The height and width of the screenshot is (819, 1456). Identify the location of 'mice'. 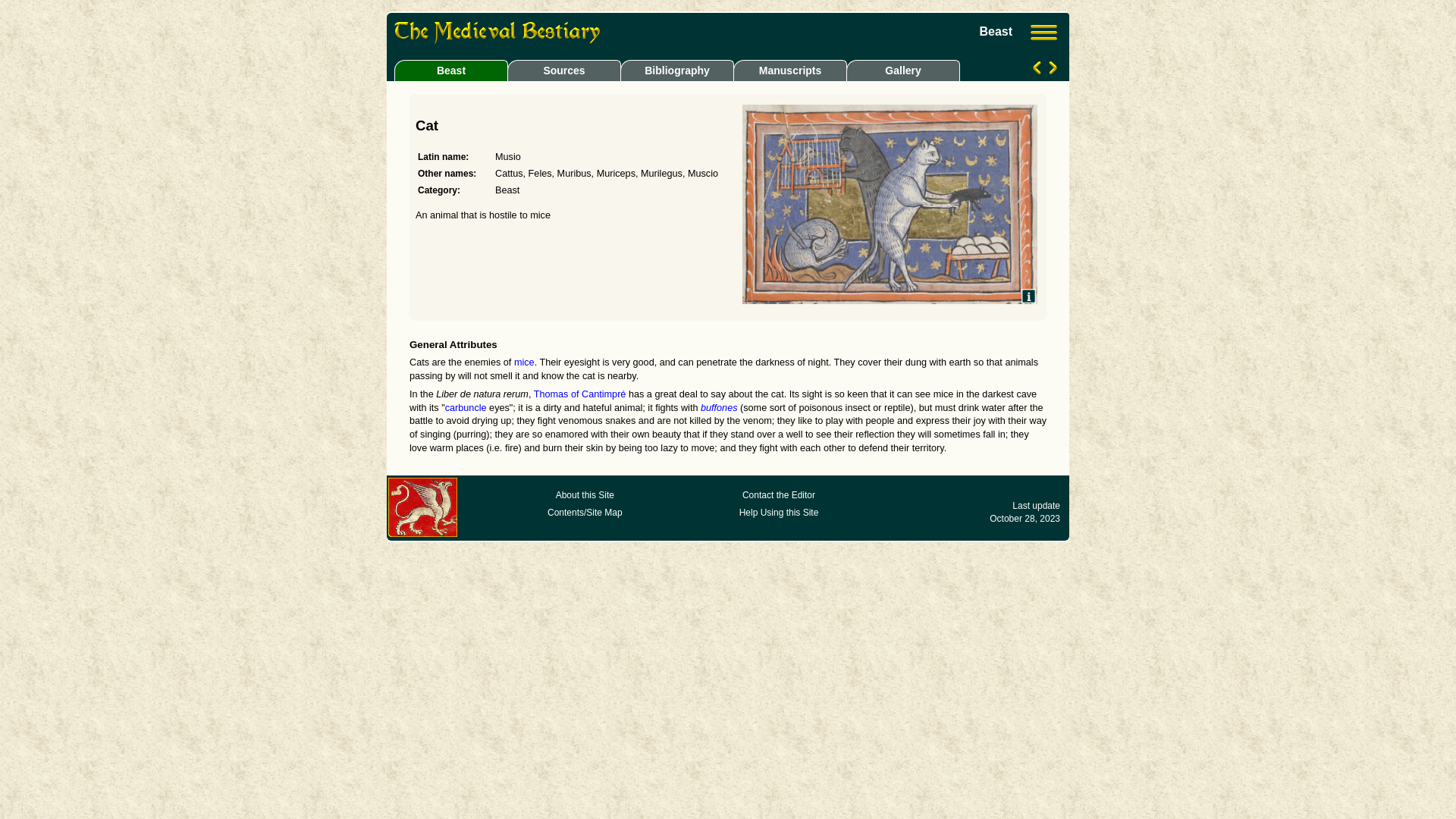
(524, 362).